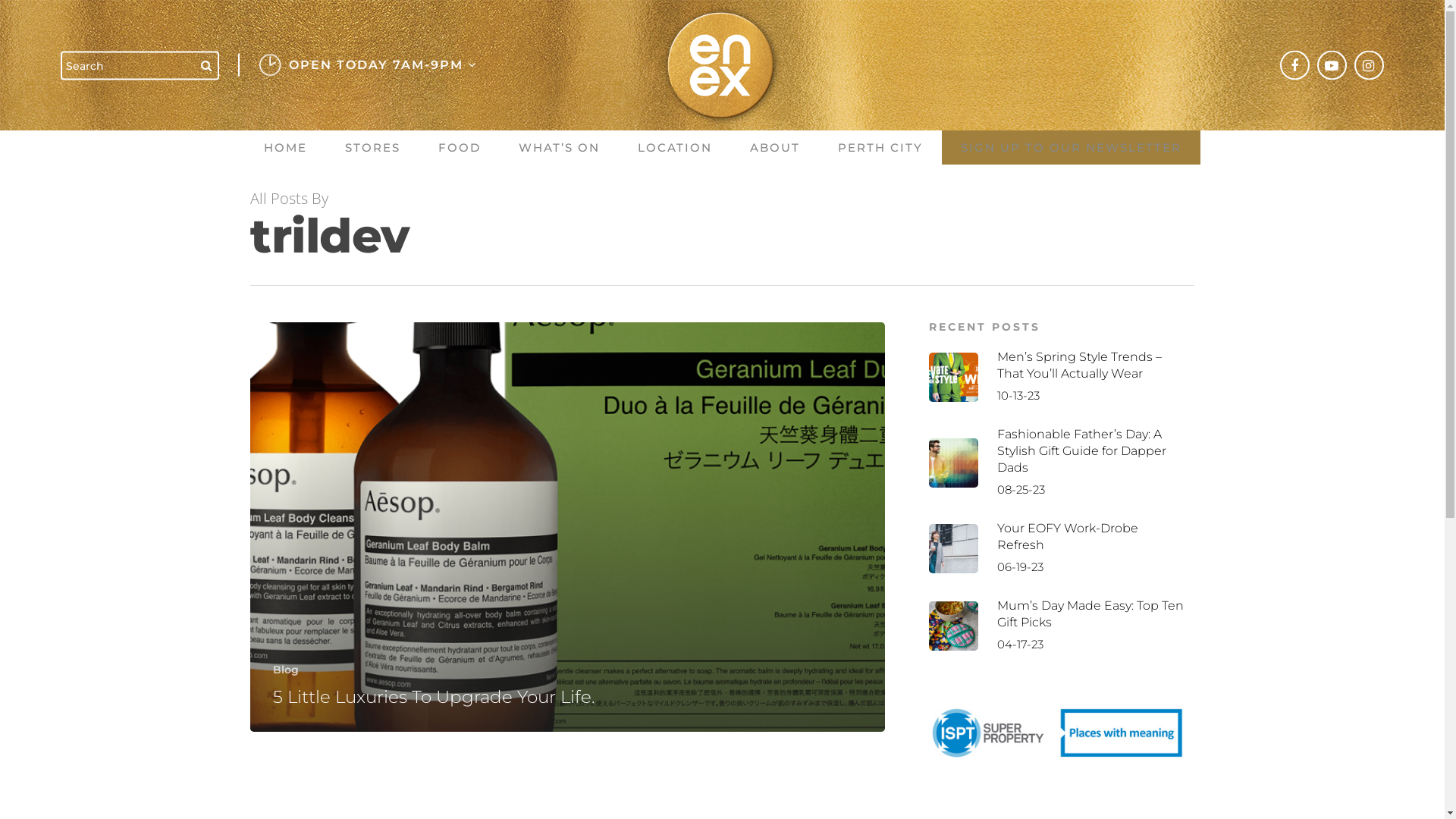  Describe the element at coordinates (372, 147) in the screenshot. I see `'STORES'` at that location.